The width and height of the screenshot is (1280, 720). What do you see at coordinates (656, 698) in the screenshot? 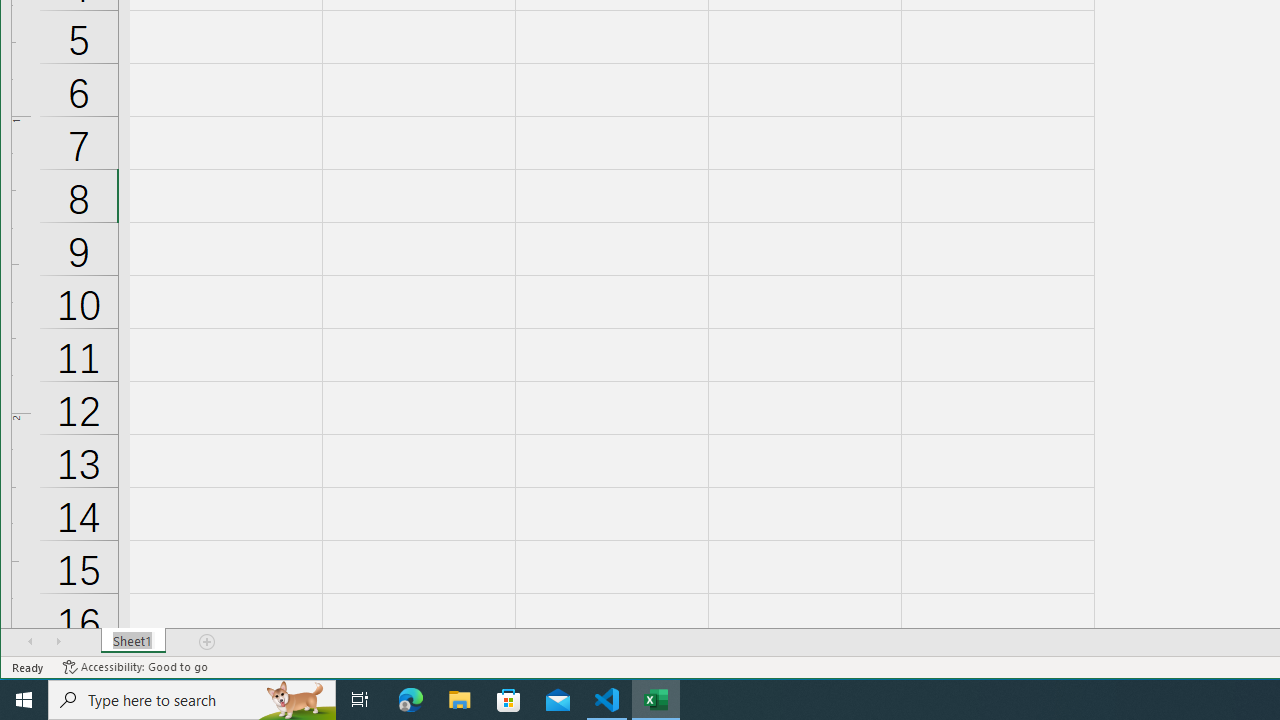
I see `'Excel - 1 running window'` at bounding box center [656, 698].